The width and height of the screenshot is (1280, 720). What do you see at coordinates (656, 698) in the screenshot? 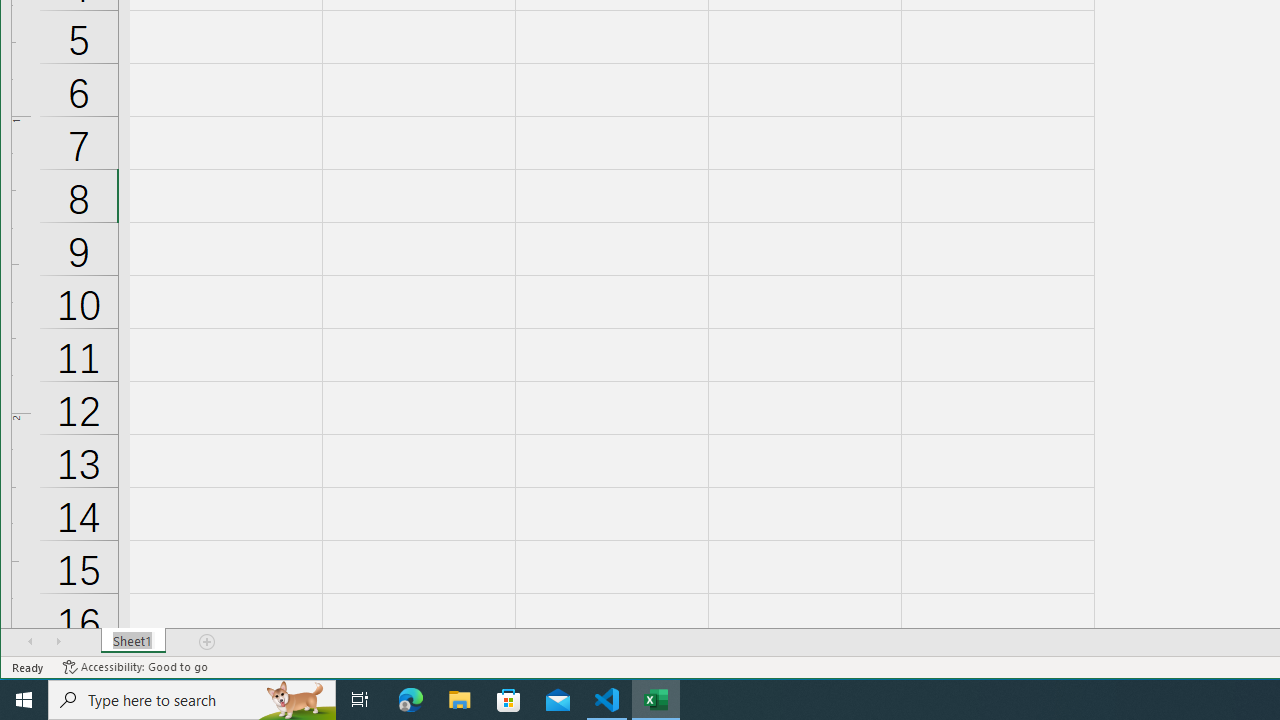
I see `'Excel - 1 running window'` at bounding box center [656, 698].